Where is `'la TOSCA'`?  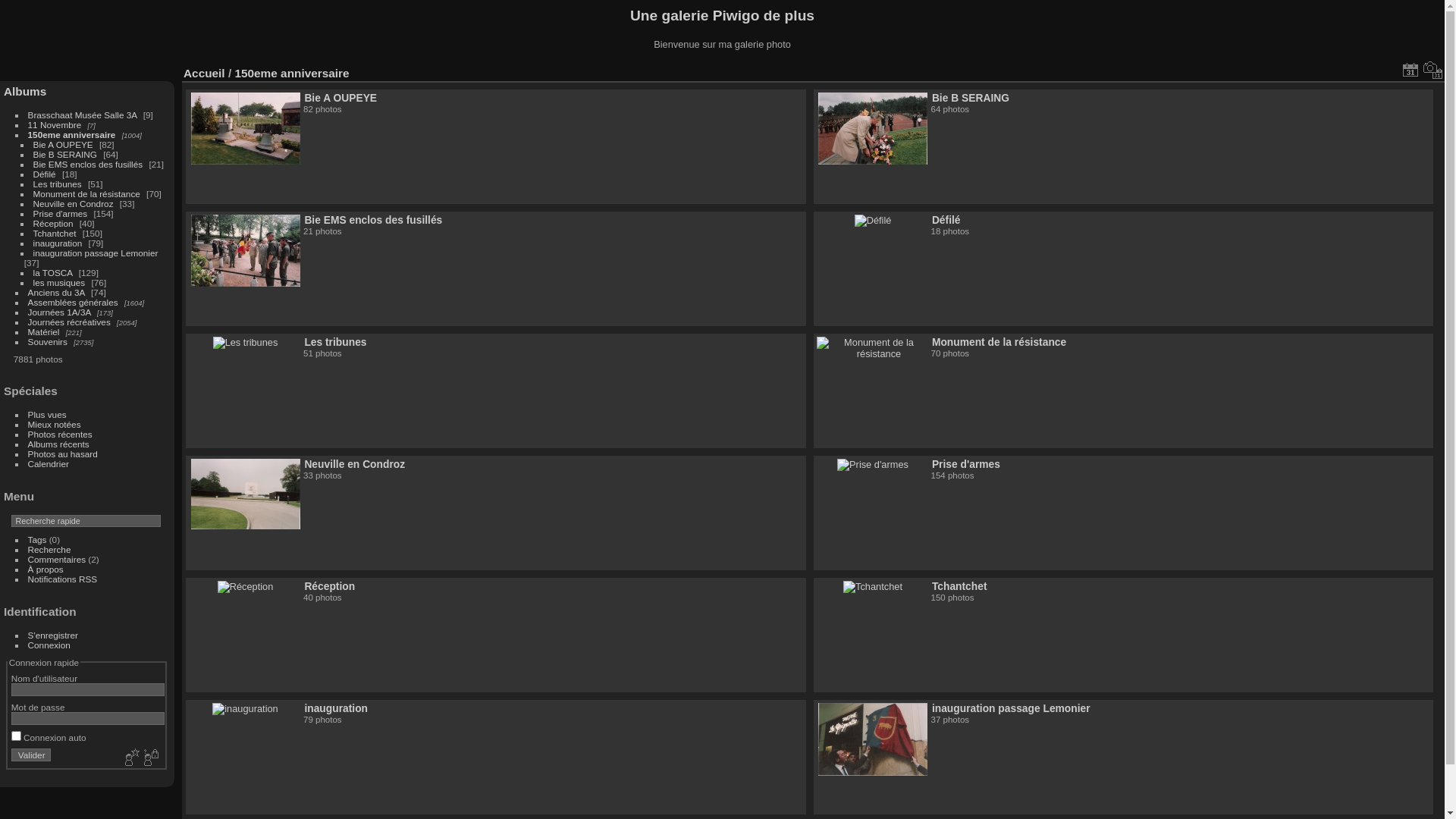 'la TOSCA' is located at coordinates (53, 271).